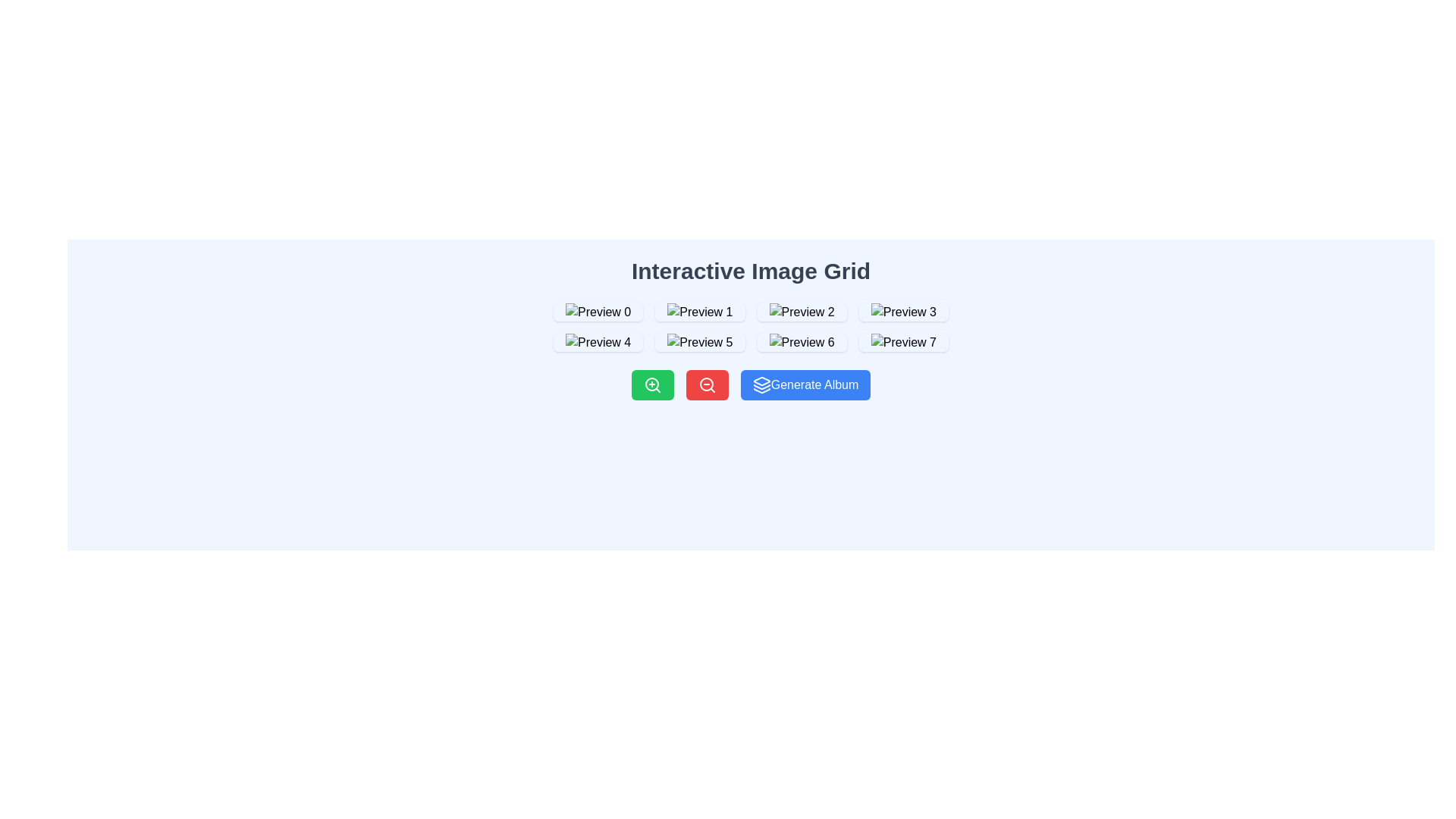 The width and height of the screenshot is (1456, 819). I want to click on the visual card component displaying 'Preview 4', which is the fifth item in a 4x2 grid layout, located in the first column of the second row, so click(598, 342).